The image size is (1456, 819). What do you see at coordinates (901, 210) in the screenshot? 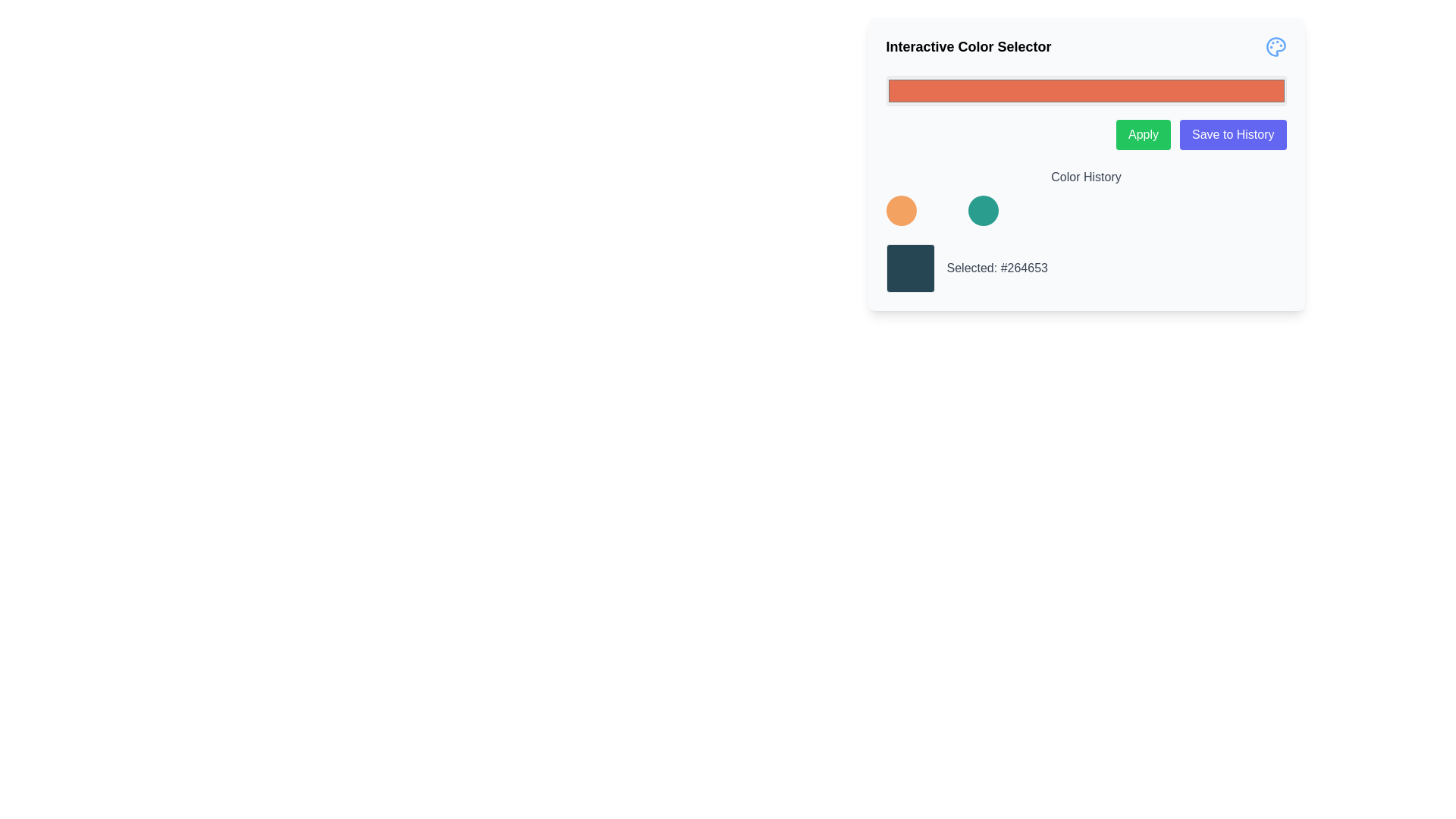
I see `the static visual representation of the orange color in the color selector tool, positioned at the first column of the horizontal grid layout` at bounding box center [901, 210].